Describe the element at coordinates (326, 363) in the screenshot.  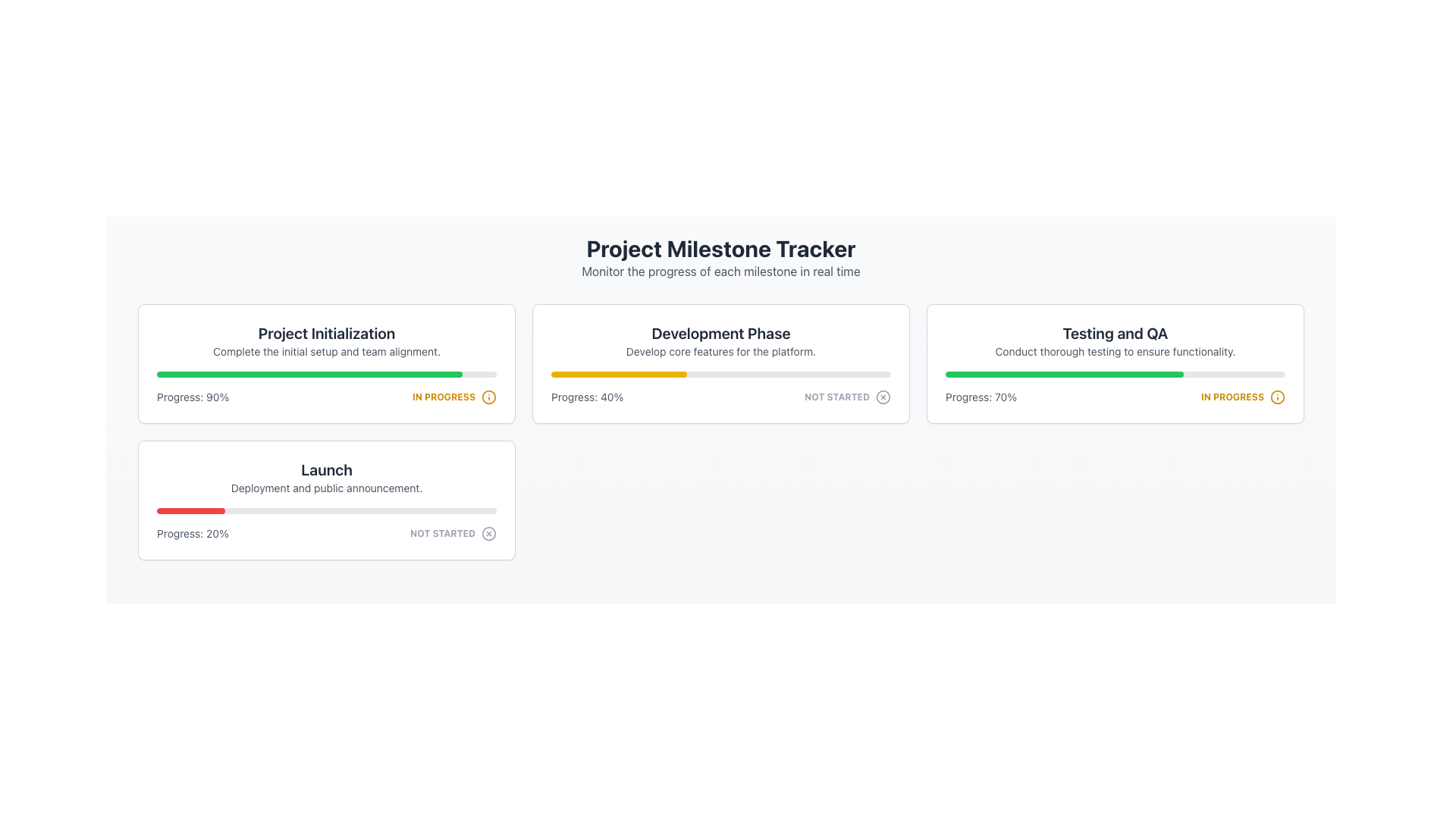
I see `the Card element with the header 'Project Initialization', which has a white background, rounded corners, and displays the progress status as 'Progress: 90%' and 'In Progress'` at that location.